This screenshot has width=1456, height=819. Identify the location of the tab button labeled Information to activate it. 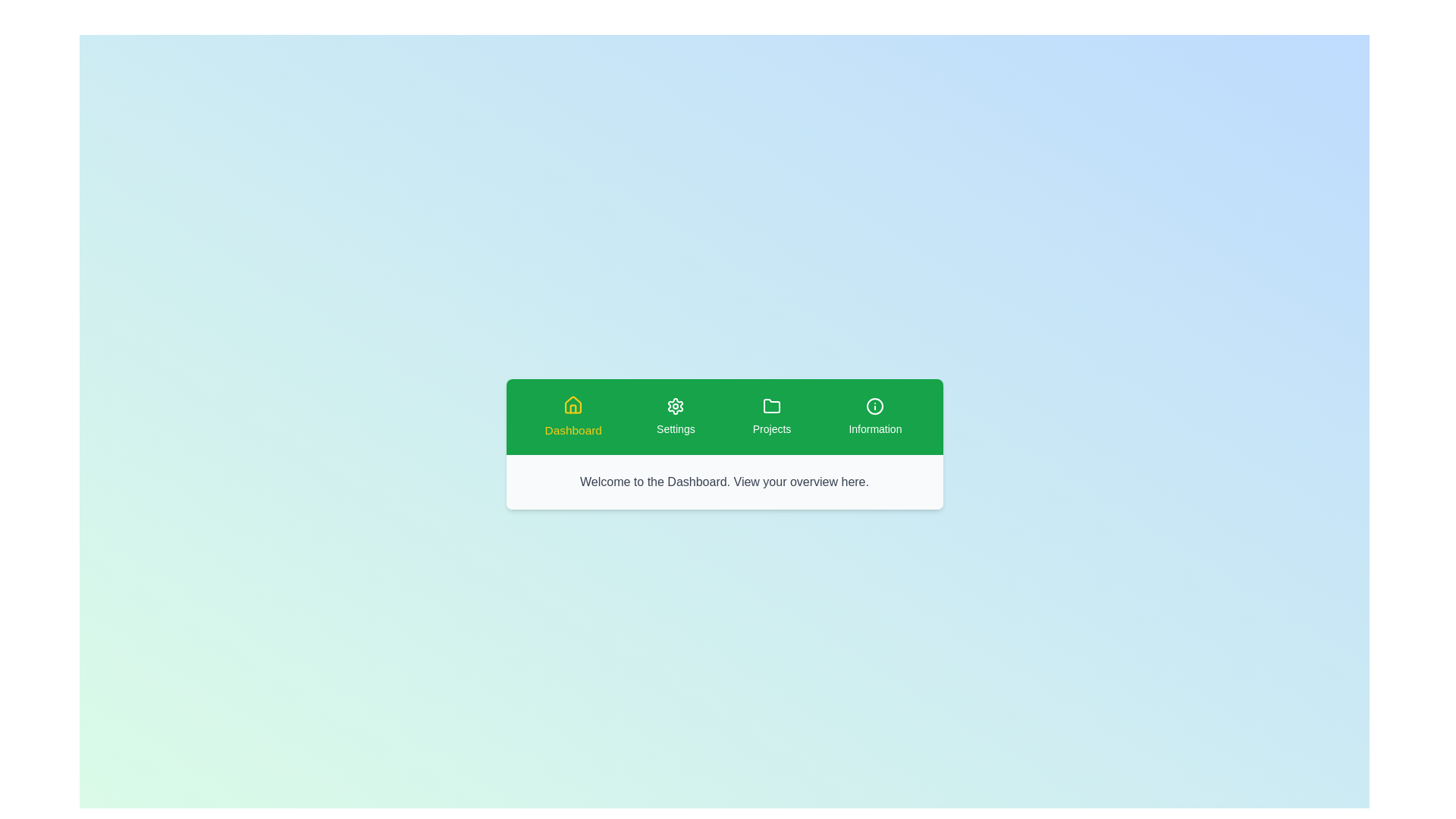
(875, 417).